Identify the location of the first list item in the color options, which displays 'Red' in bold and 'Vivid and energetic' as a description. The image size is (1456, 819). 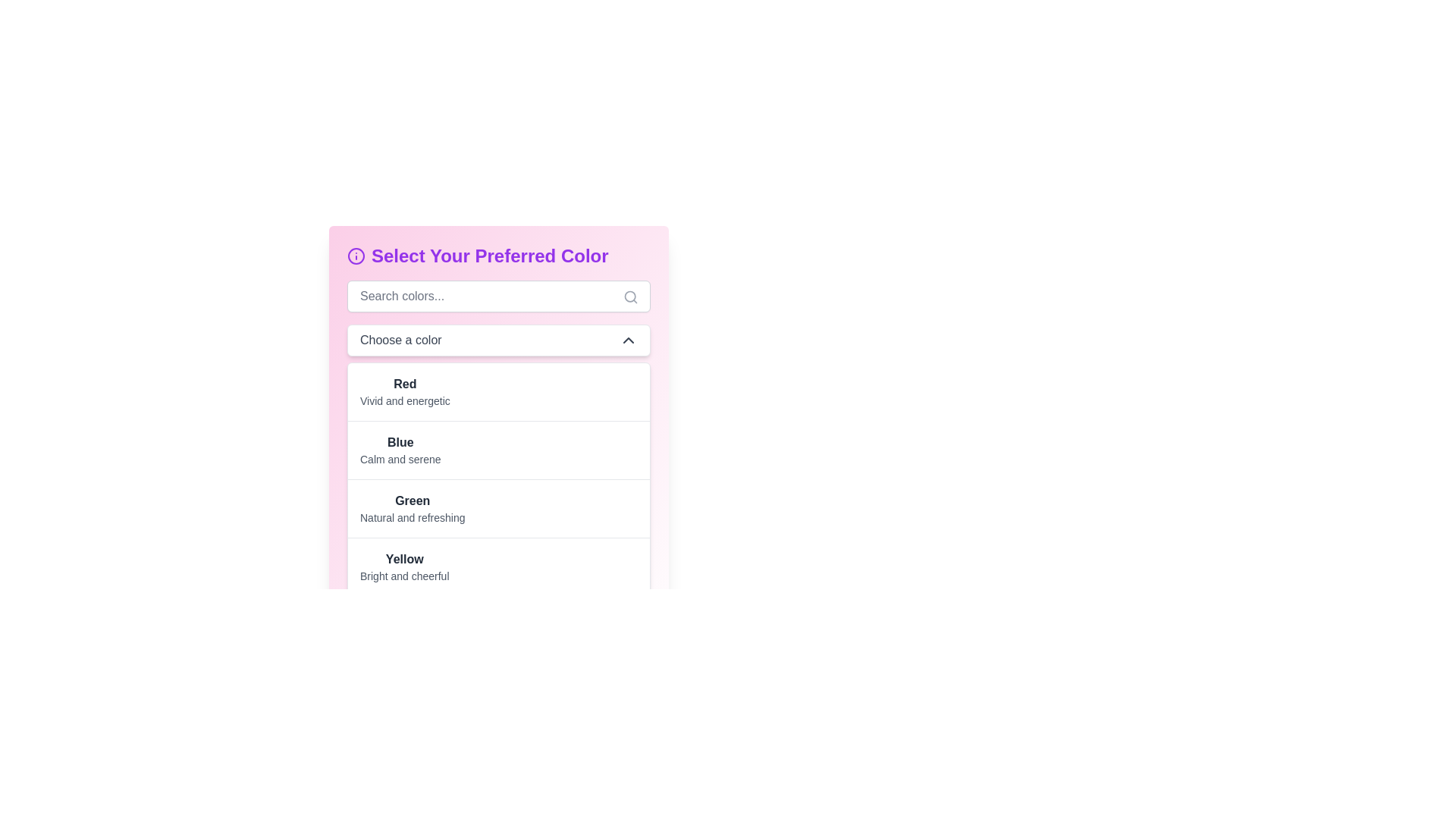
(405, 391).